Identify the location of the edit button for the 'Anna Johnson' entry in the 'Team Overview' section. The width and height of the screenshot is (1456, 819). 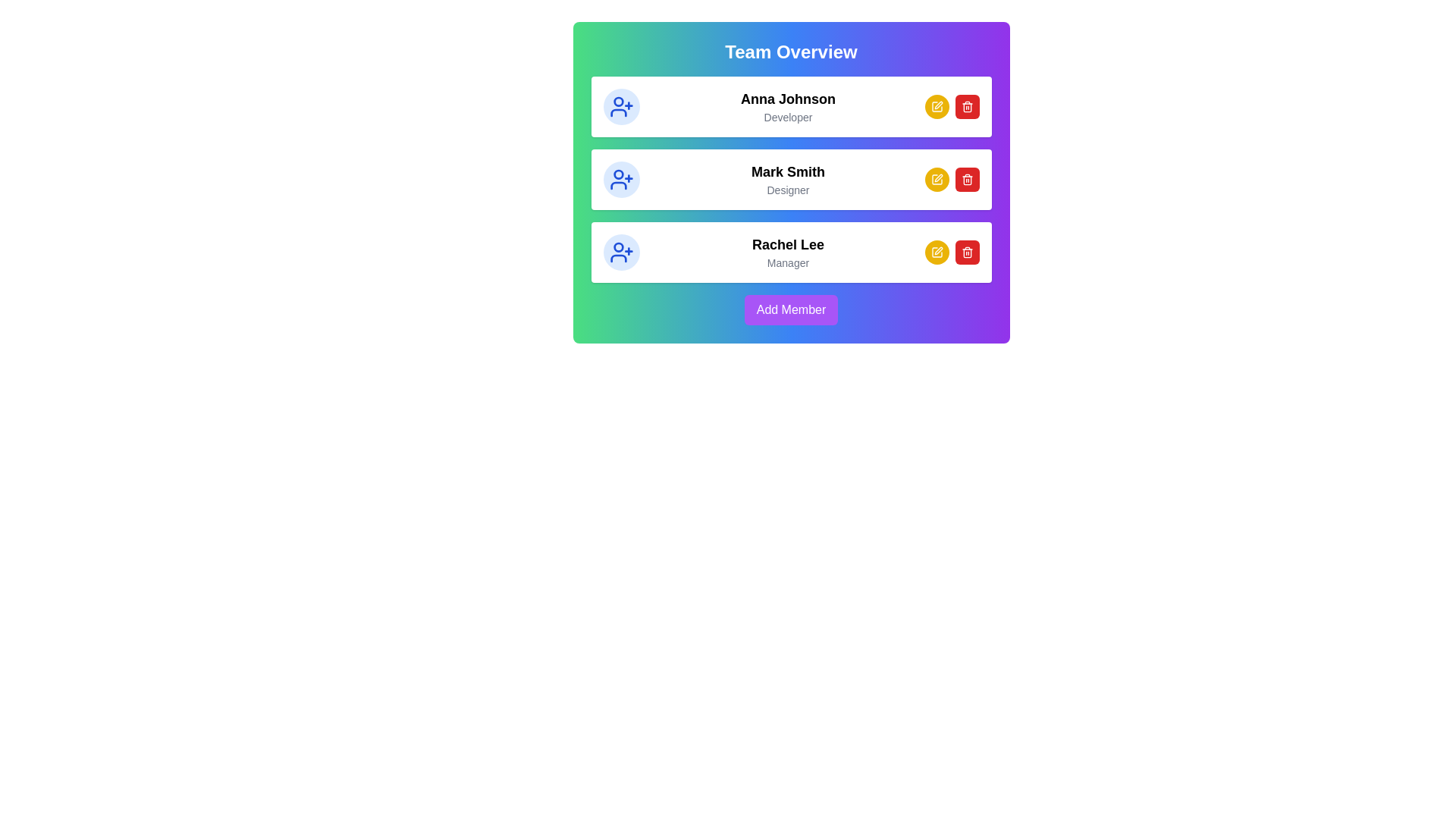
(936, 106).